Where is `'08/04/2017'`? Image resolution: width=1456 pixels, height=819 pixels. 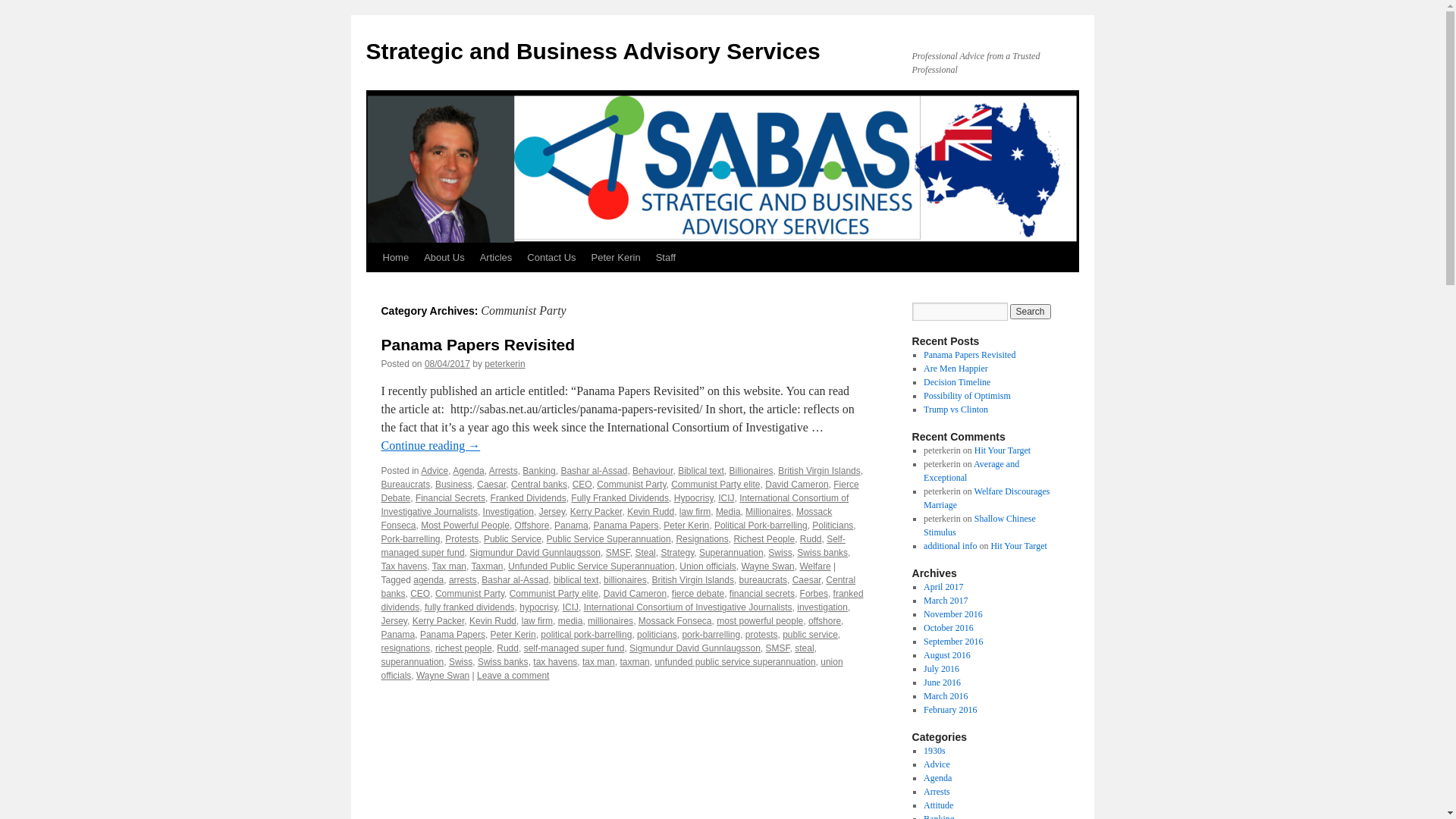
'08/04/2017' is located at coordinates (447, 363).